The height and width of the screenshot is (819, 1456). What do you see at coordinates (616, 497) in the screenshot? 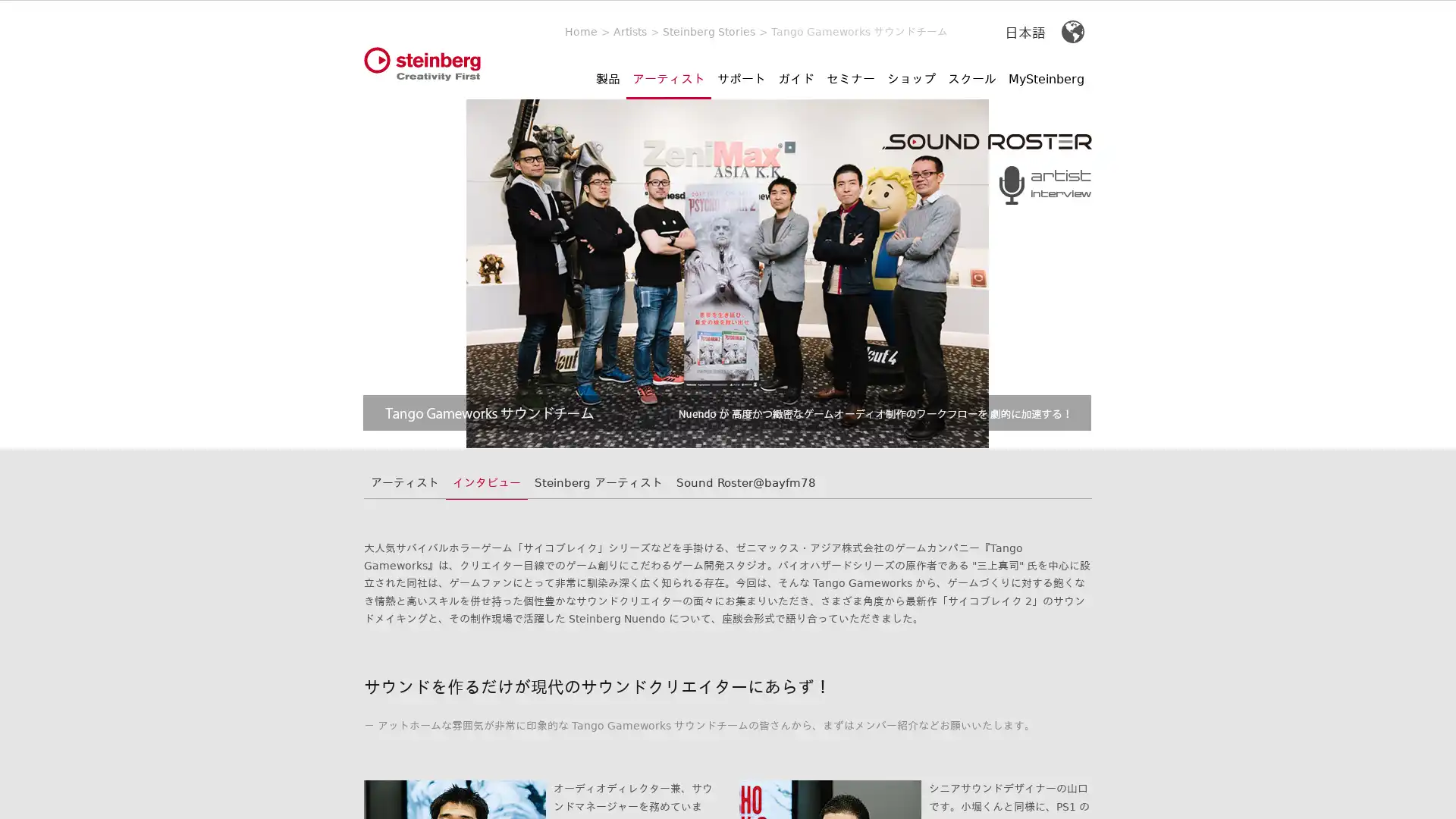
I see `More Information` at bounding box center [616, 497].